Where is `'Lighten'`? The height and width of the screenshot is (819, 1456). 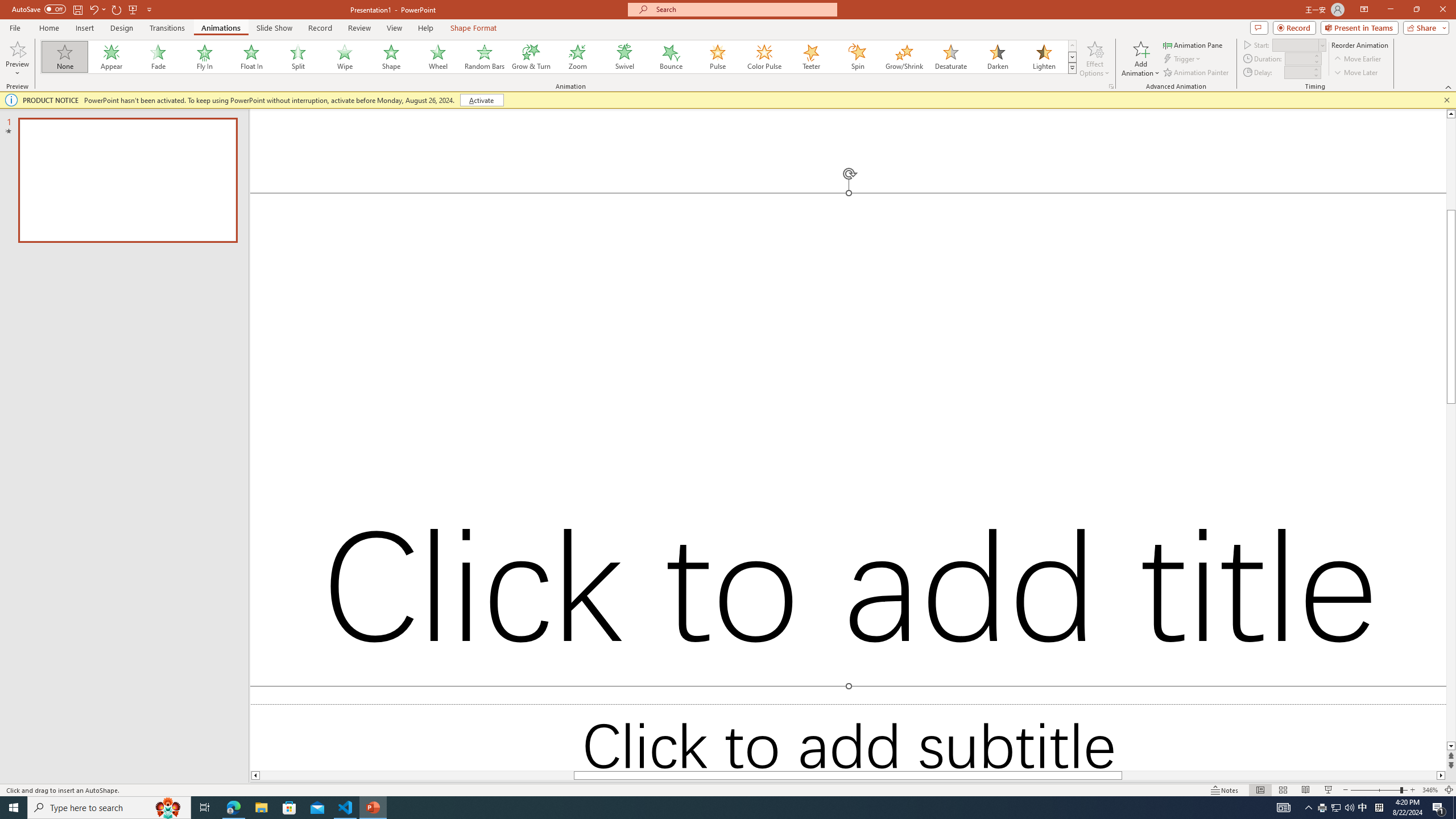 'Lighten' is located at coordinates (1043, 56).